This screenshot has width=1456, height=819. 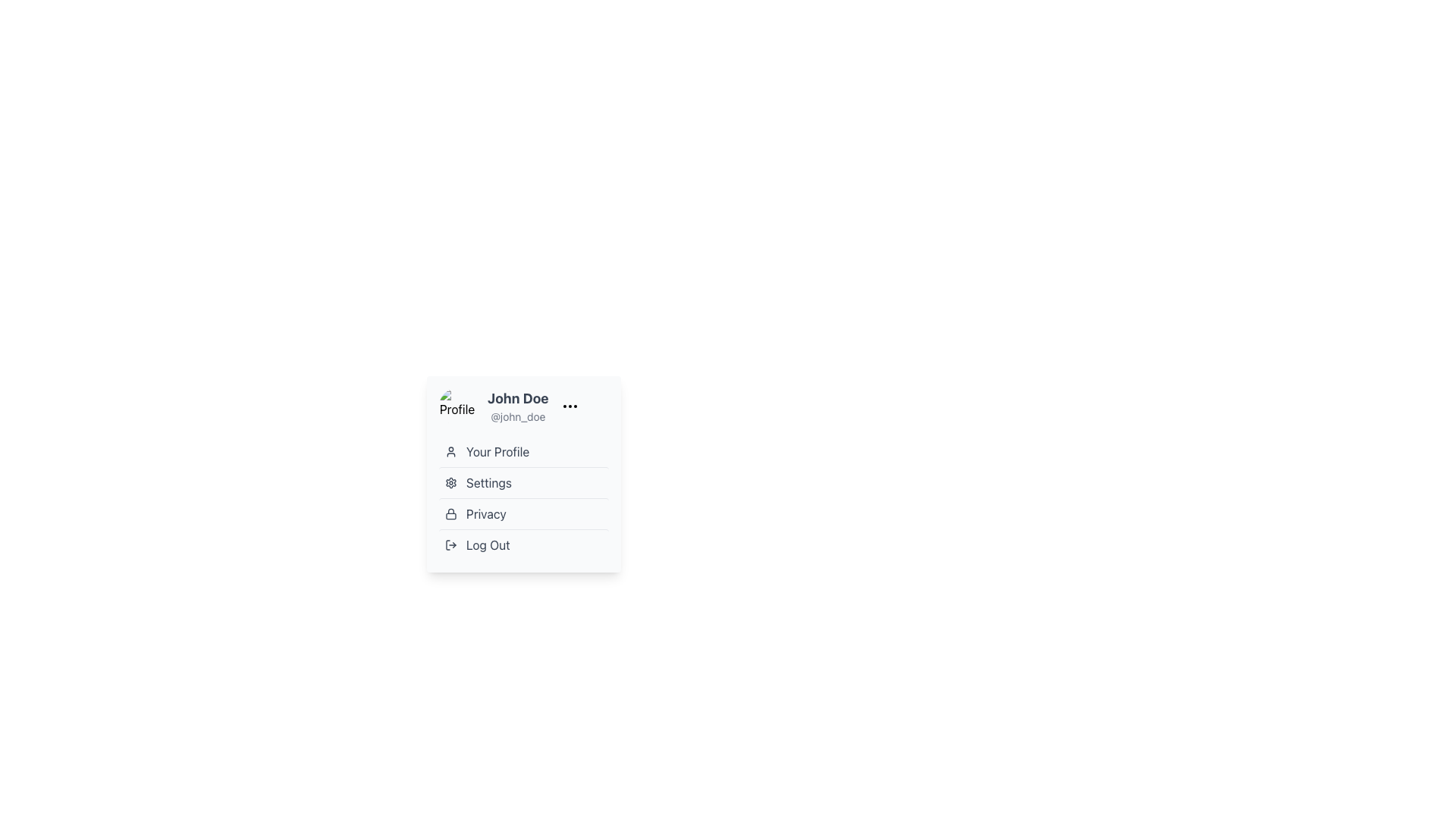 What do you see at coordinates (524, 482) in the screenshot?
I see `the 'Settings' menu item, which is the second item in the dropdown menu containing user-related settings` at bounding box center [524, 482].